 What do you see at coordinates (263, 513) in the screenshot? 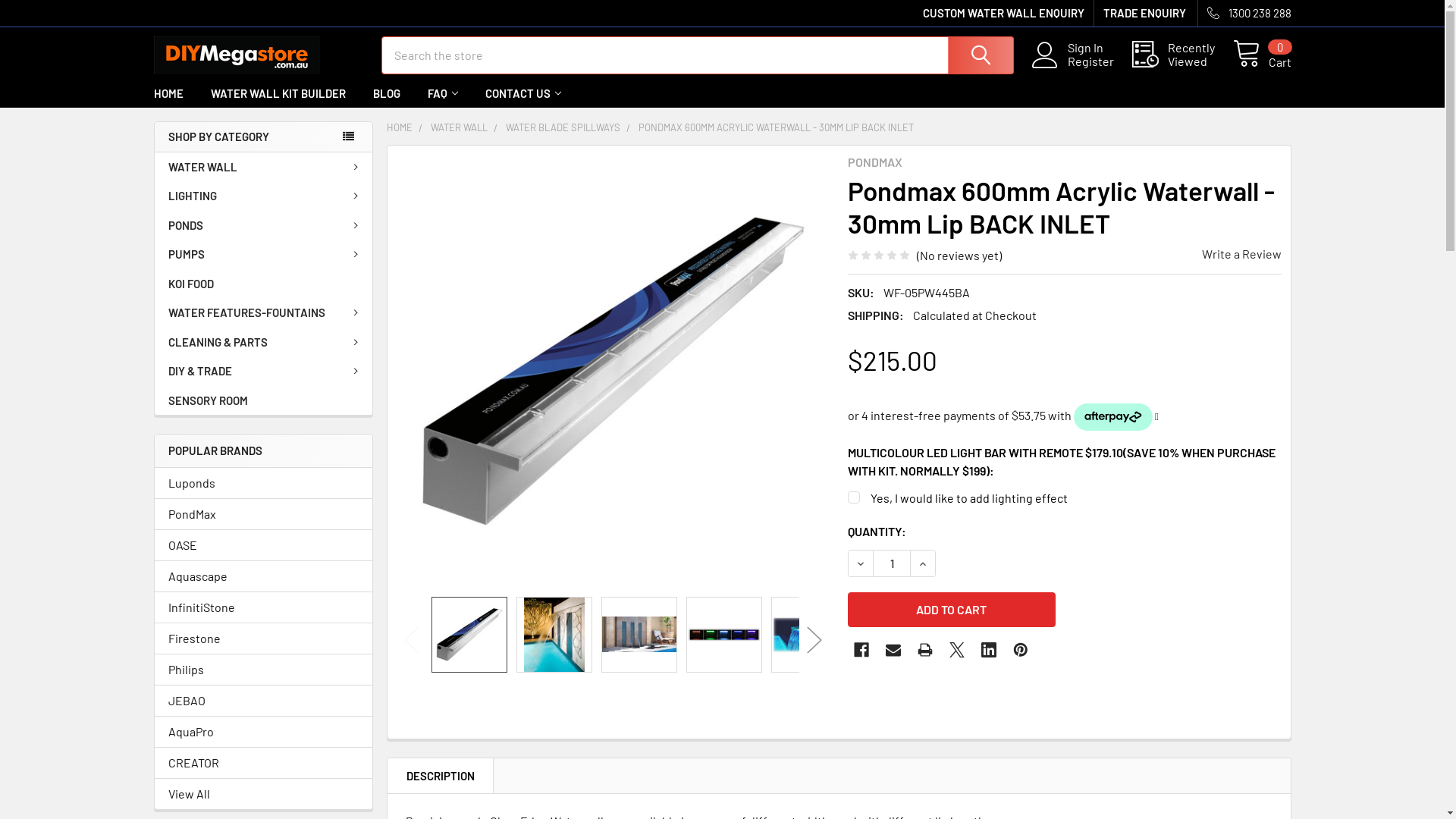
I see `'PondMax'` at bounding box center [263, 513].